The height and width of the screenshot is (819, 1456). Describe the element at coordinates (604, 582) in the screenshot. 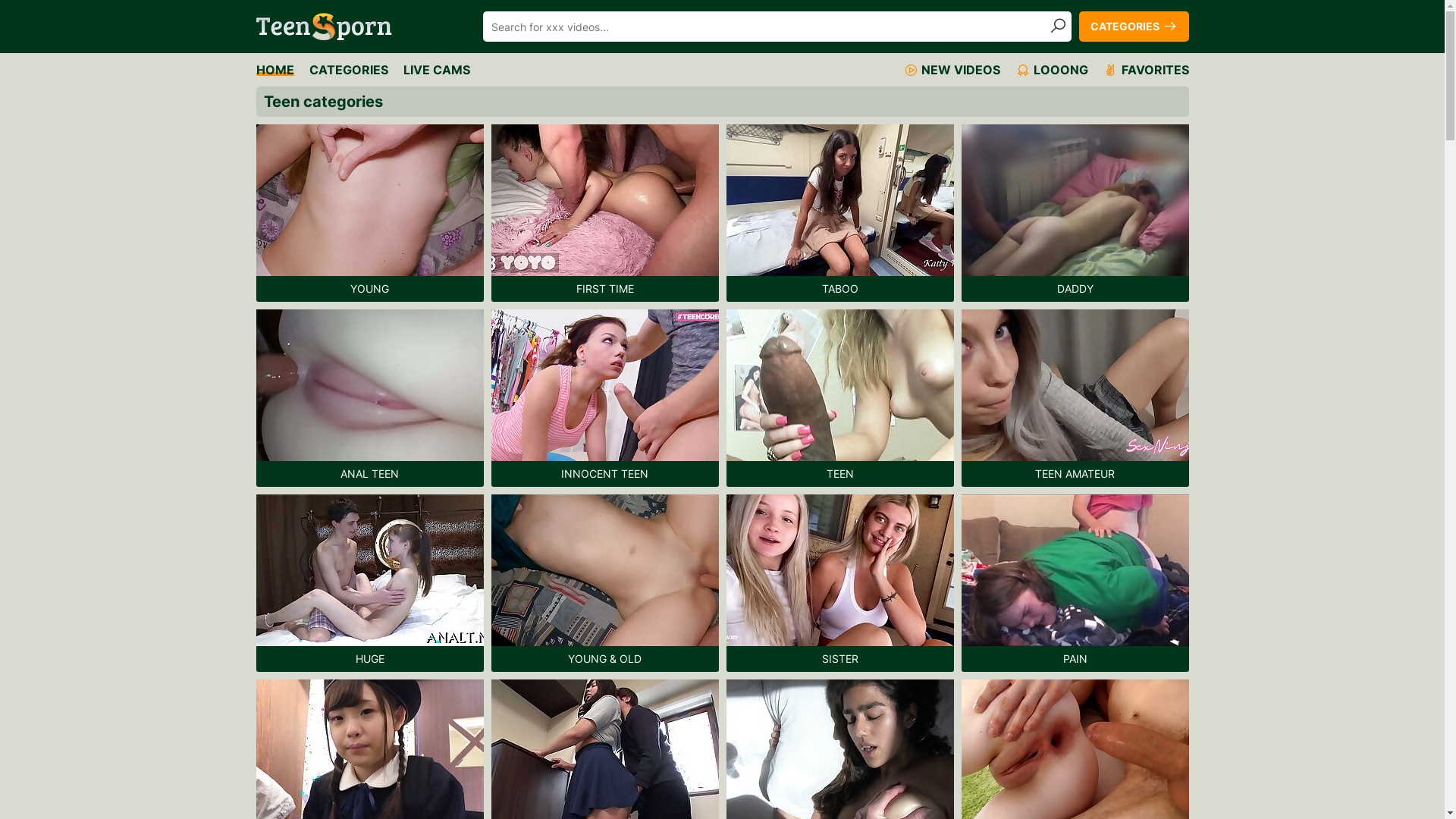

I see `'YOUNG & OLD'` at that location.